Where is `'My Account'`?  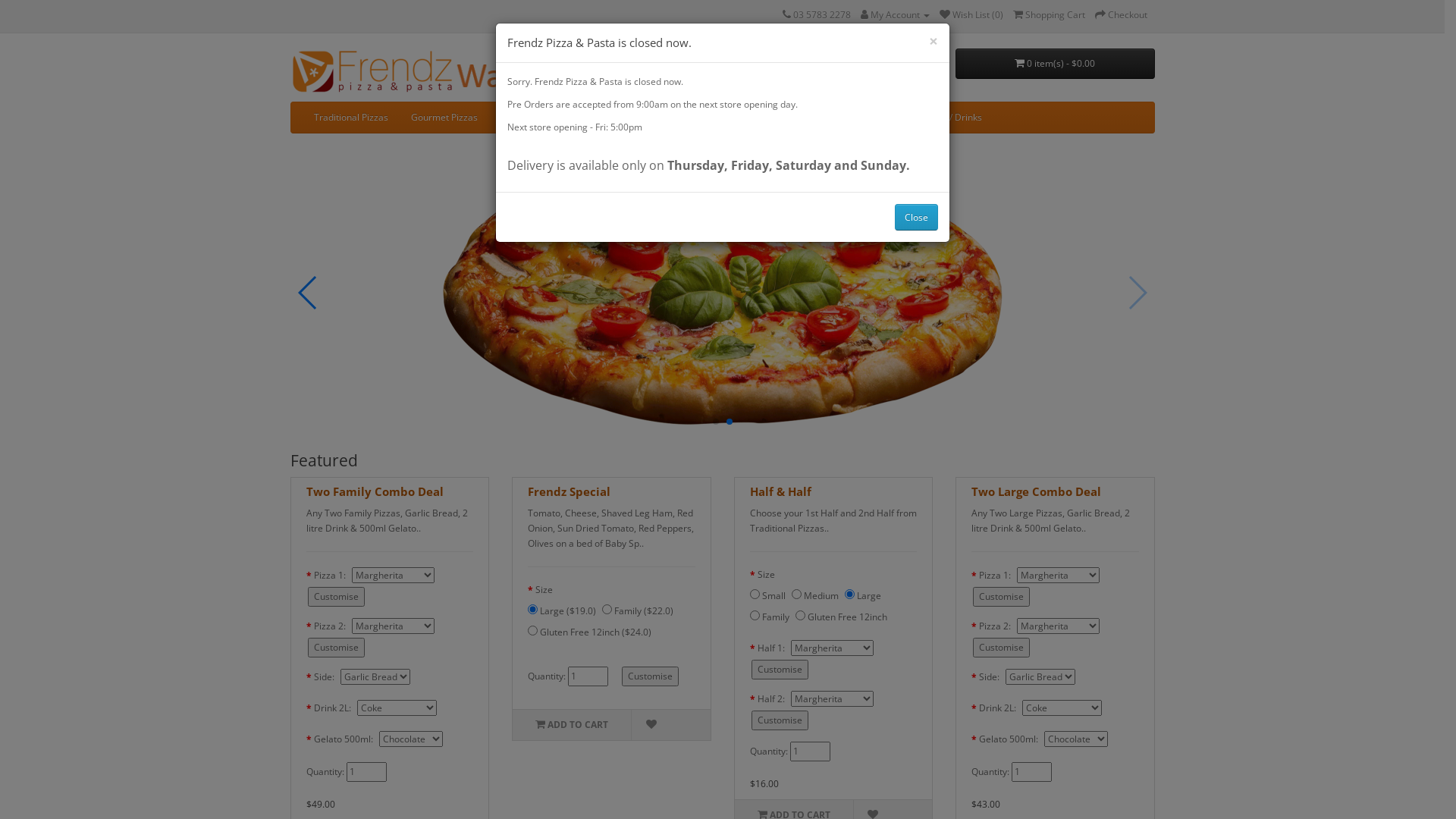
'My Account' is located at coordinates (894, 14).